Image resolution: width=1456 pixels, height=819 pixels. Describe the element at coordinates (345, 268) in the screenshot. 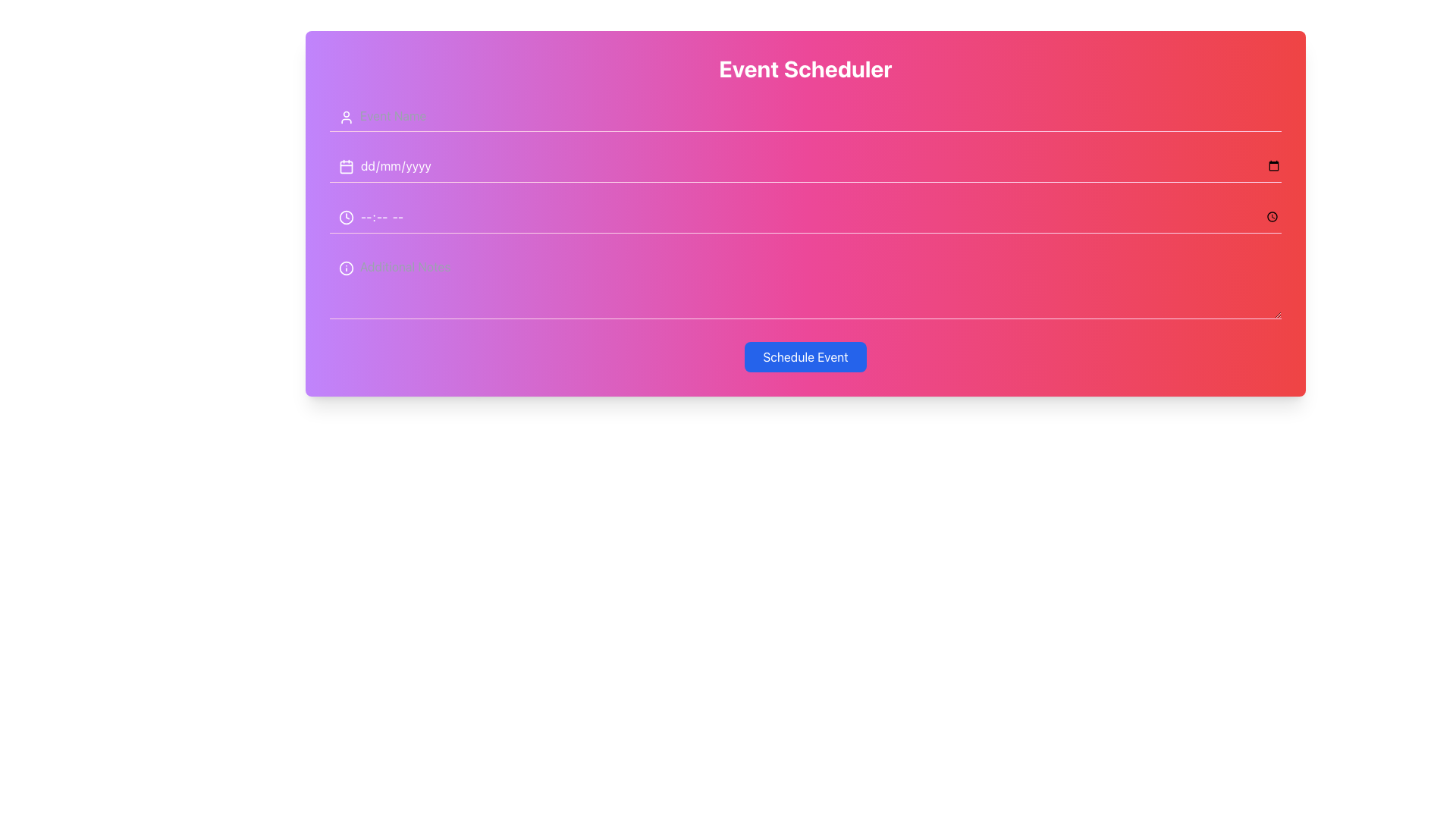

I see `the radial graphical element of the information icon located above the additional notes input field in the event scheduler interface` at that location.